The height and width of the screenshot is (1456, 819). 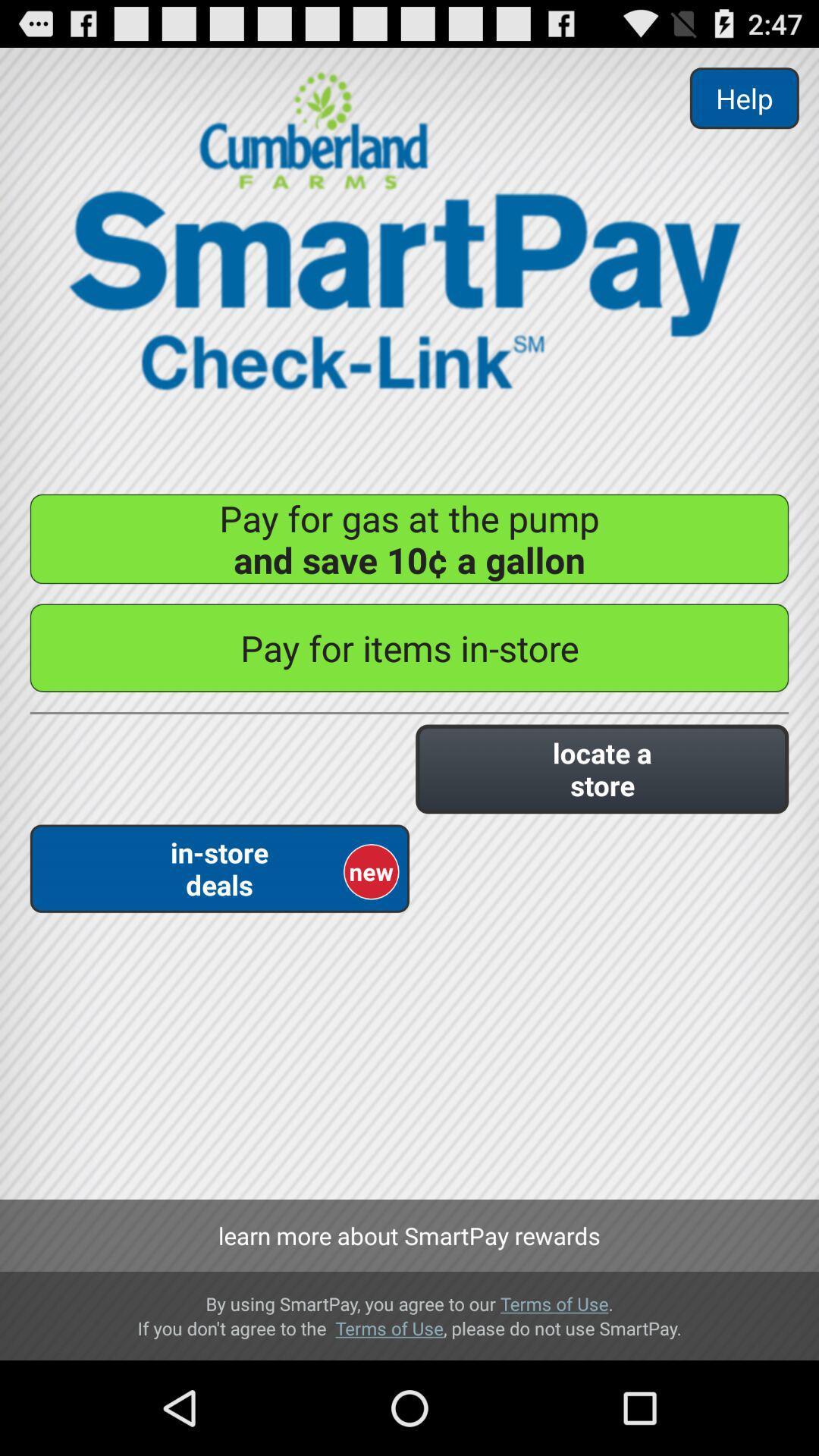 I want to click on icon next to the in-store, so click(x=601, y=769).